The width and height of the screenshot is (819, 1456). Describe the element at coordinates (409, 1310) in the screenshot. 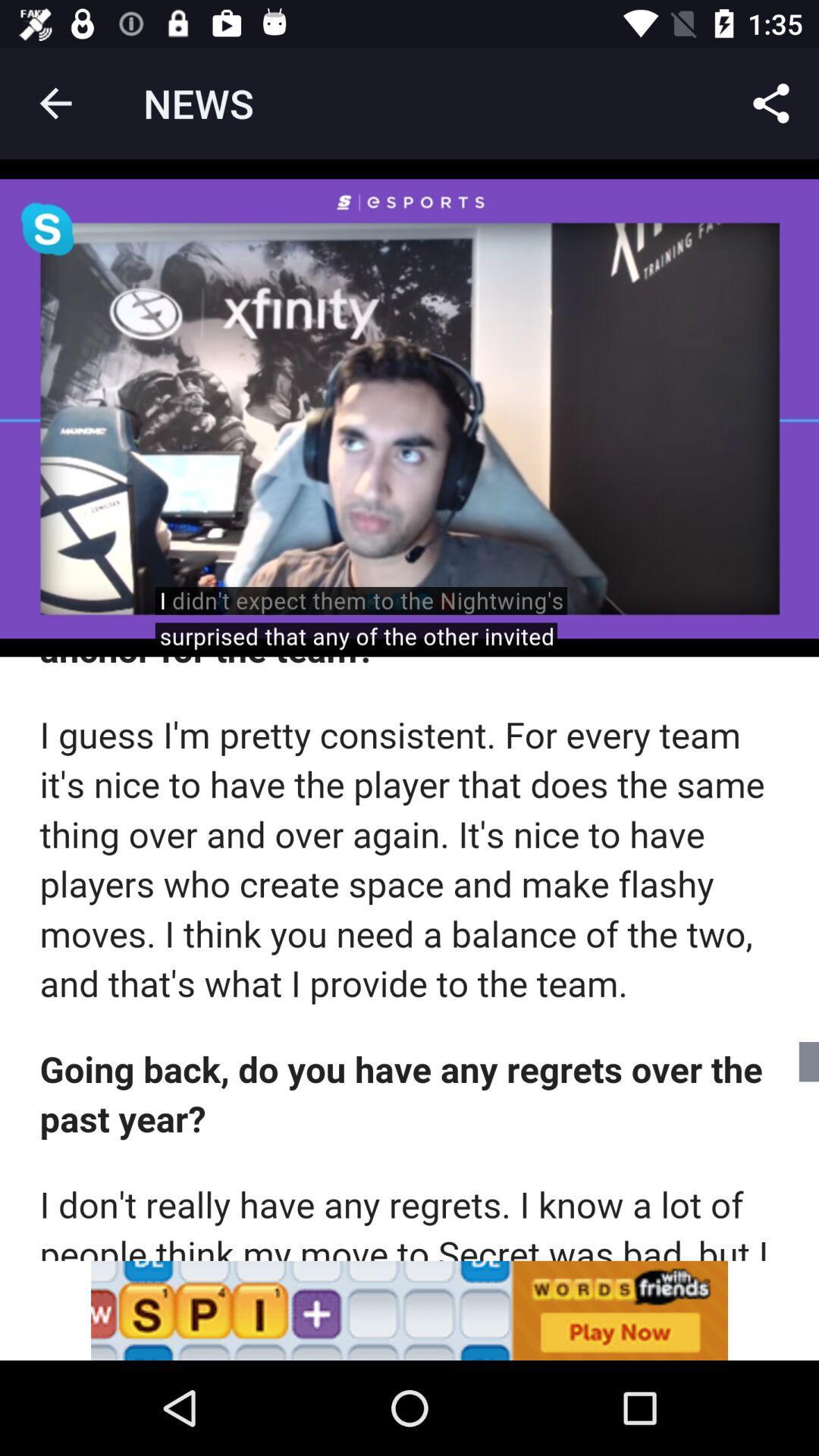

I see `advertisement bar` at that location.